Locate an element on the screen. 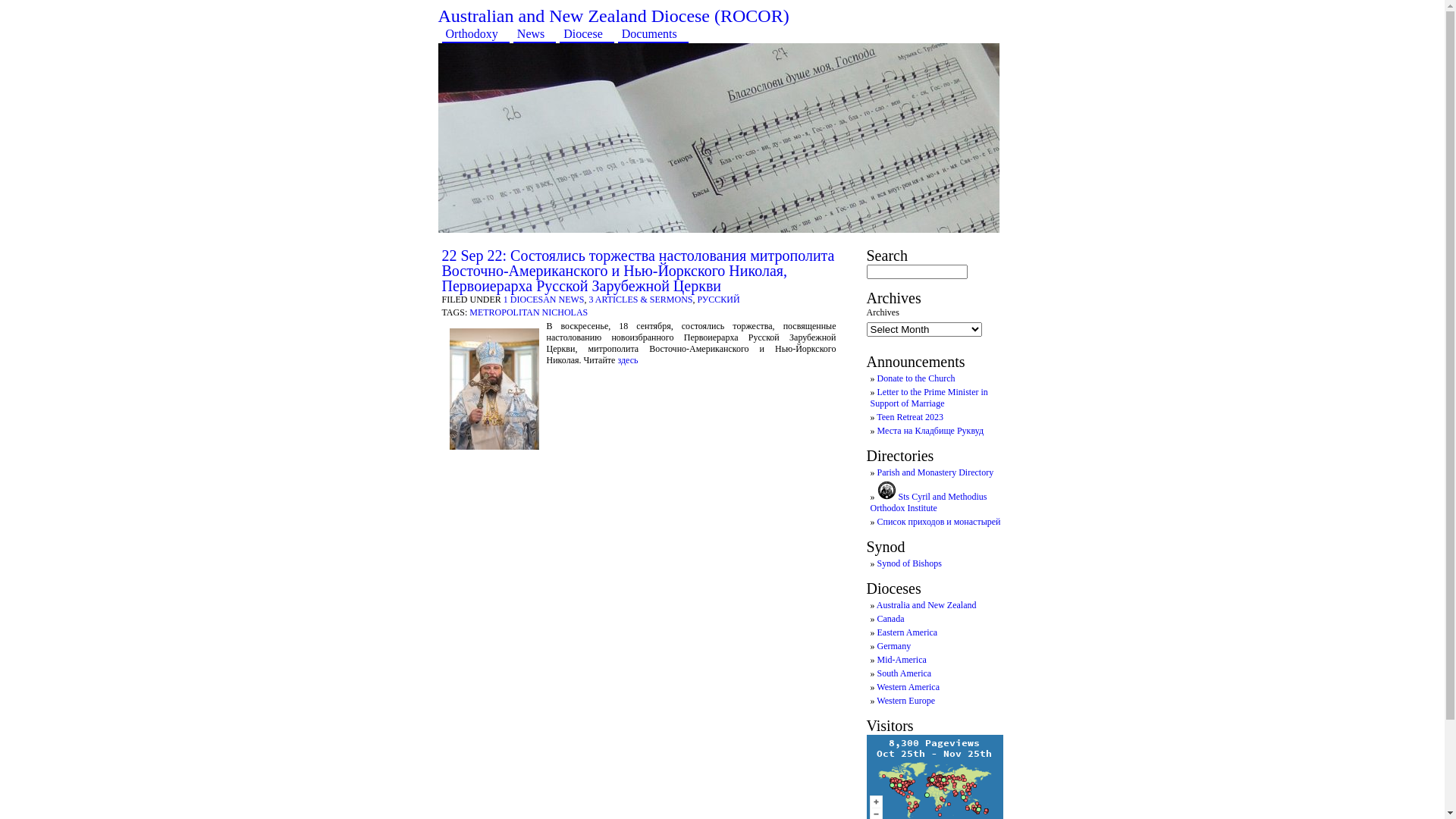  'Parish and Monastery Directory' is located at coordinates (934, 472).